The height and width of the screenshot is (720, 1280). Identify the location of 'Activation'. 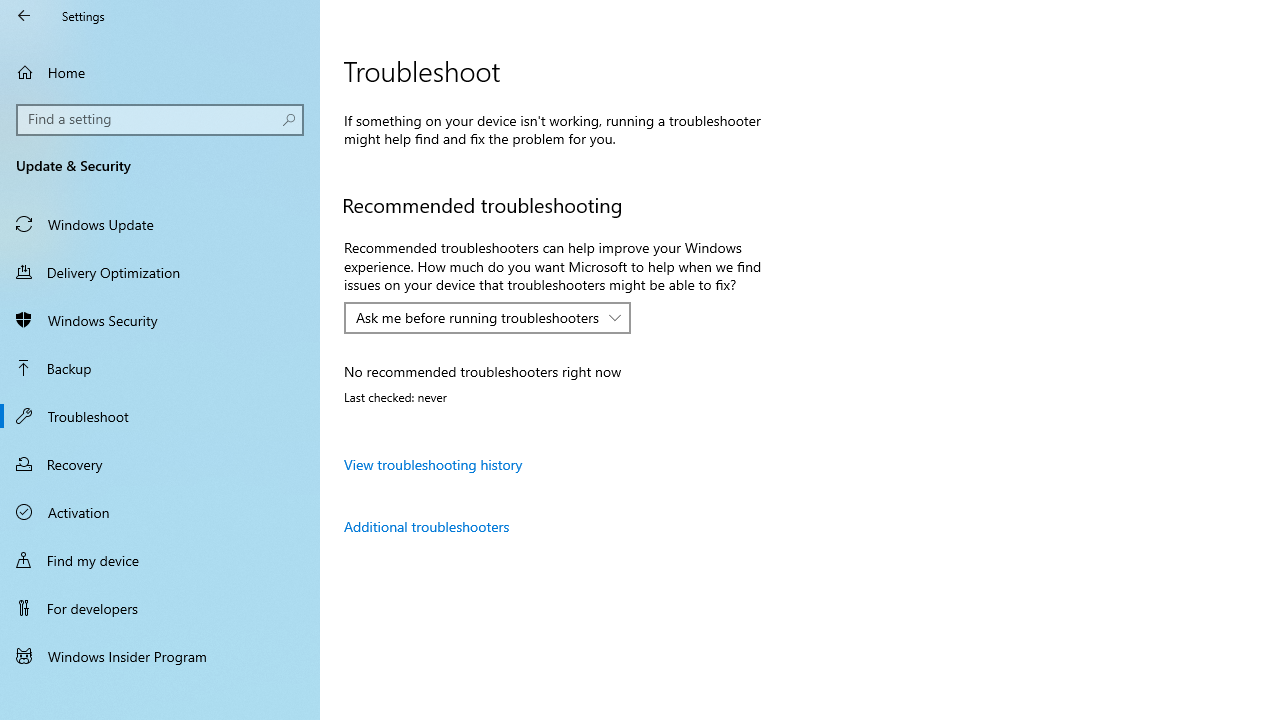
(160, 510).